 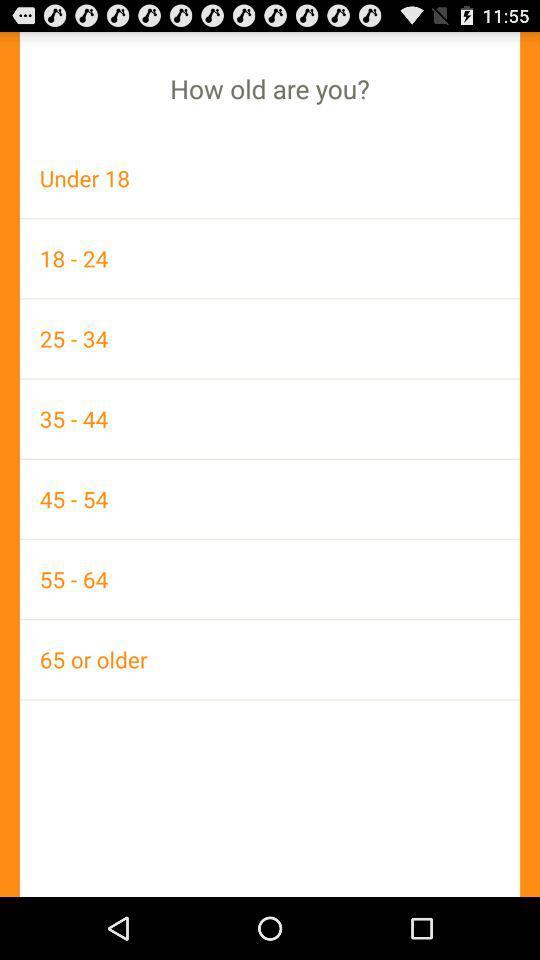 I want to click on icon above the 55 - 64 app, so click(x=270, y=498).